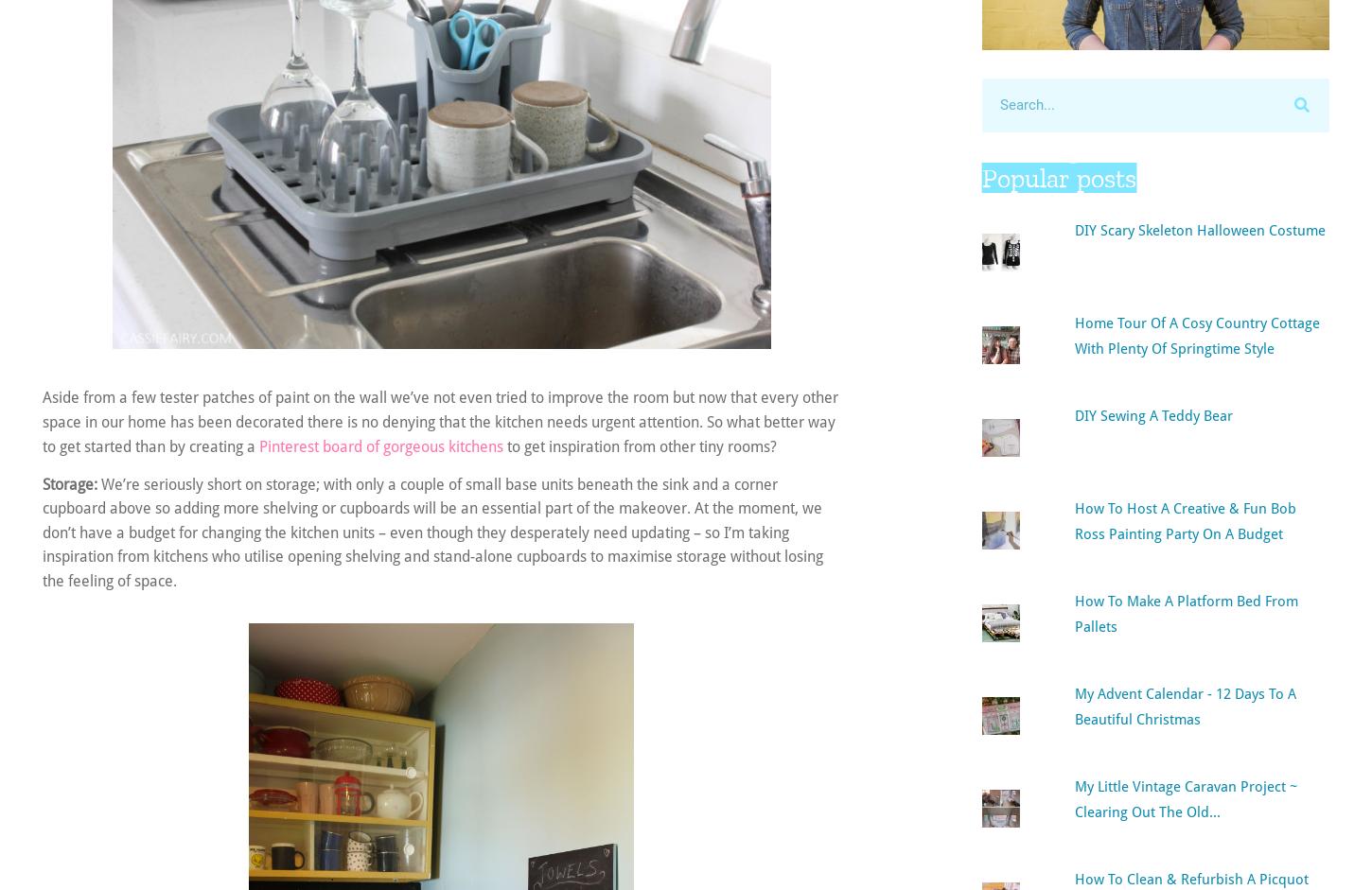 The height and width of the screenshot is (890, 1372). I want to click on 'DIY scary skeleton Halloween costume', so click(1199, 228).